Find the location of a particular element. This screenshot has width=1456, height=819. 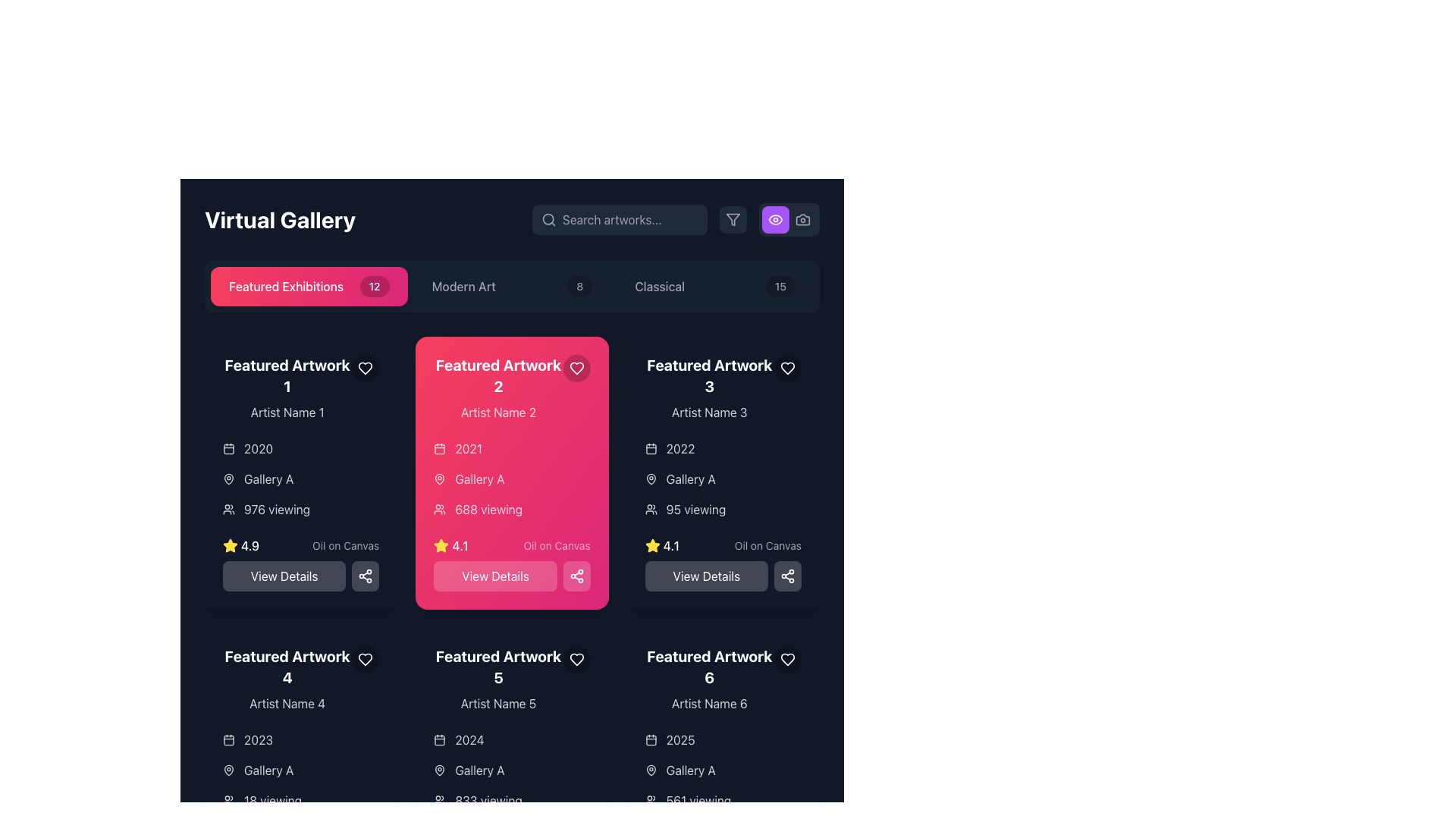

metadata information displayed in the informational component of 'Featured Artwork 2', located in the second column of the gallery grid layout, beneath the title and artist name is located at coordinates (512, 479).